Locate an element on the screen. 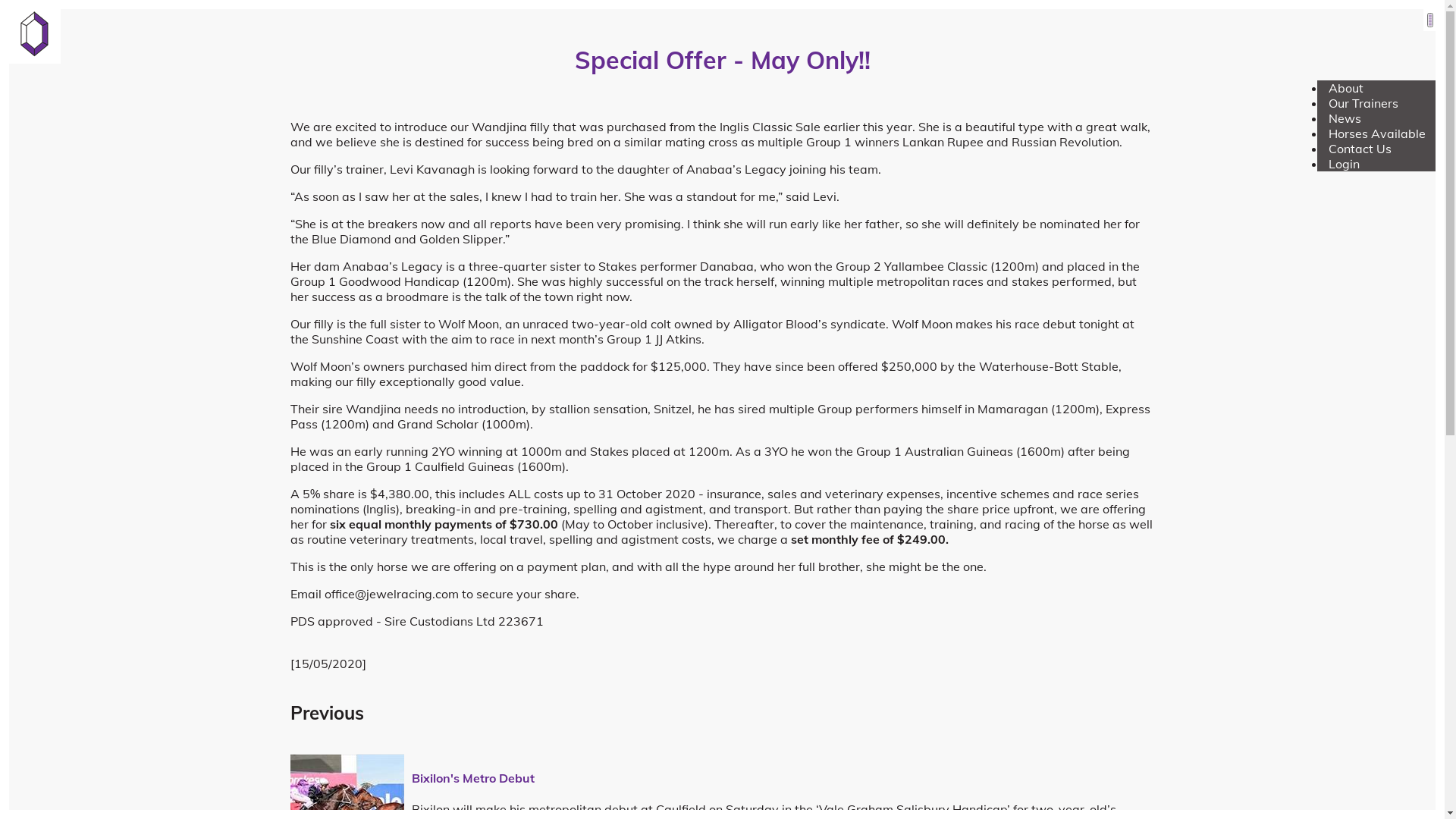 This screenshot has height=819, width=1456. 'Horses Available' is located at coordinates (1376, 133).